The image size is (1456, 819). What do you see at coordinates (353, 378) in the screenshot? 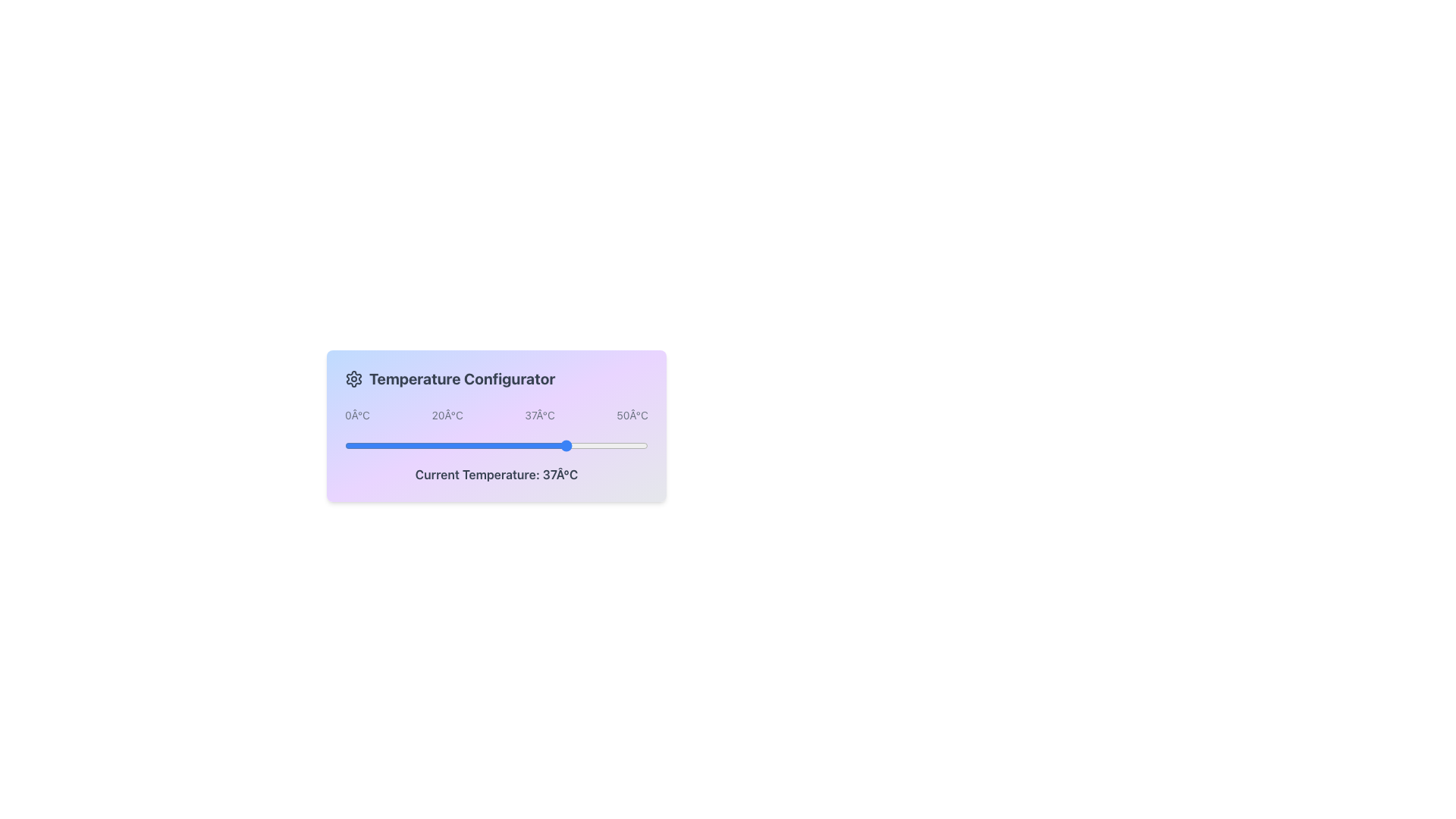
I see `the settings gear icon located to the left of the 'Temperature Configurator' text, which serves as a functional element for configuration` at bounding box center [353, 378].